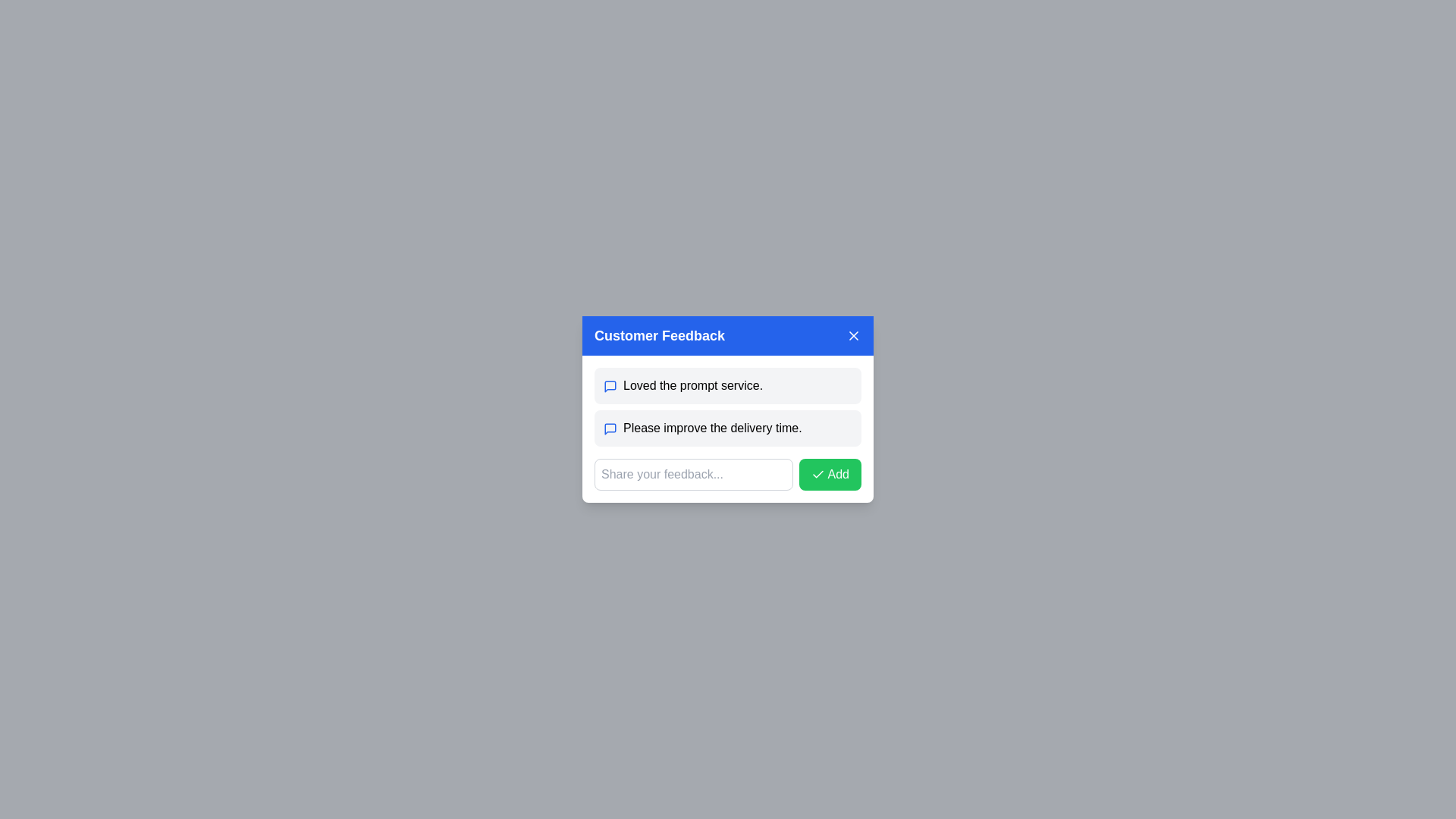 Image resolution: width=1456 pixels, height=819 pixels. I want to click on the close button styled as an 'X' icon located at the top-right corner of the 'Customer Feedback' blue header section for accessibility via keyboard, so click(854, 335).